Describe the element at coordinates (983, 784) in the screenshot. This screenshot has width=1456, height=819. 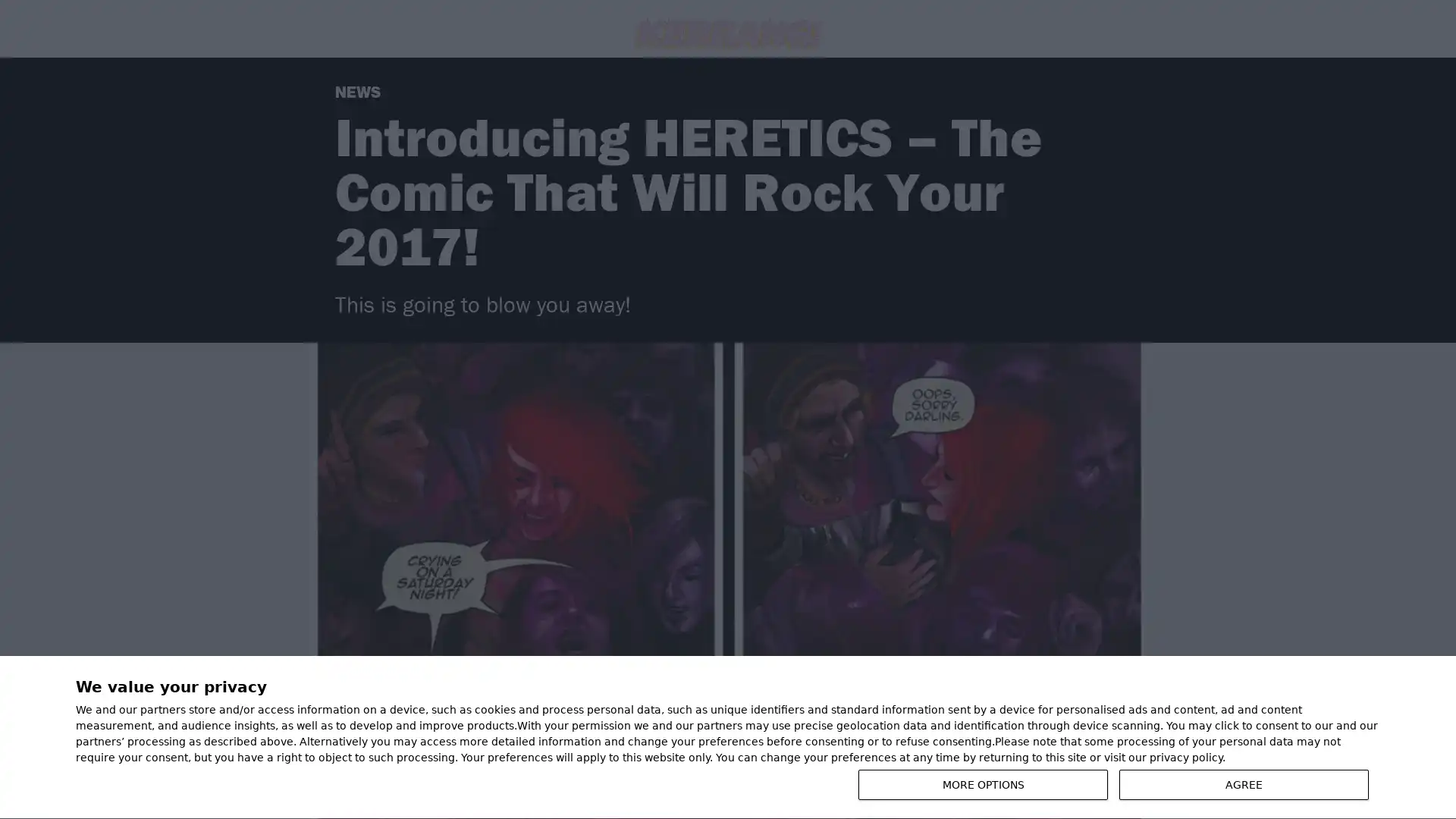
I see `MORE OPTIONS` at that location.